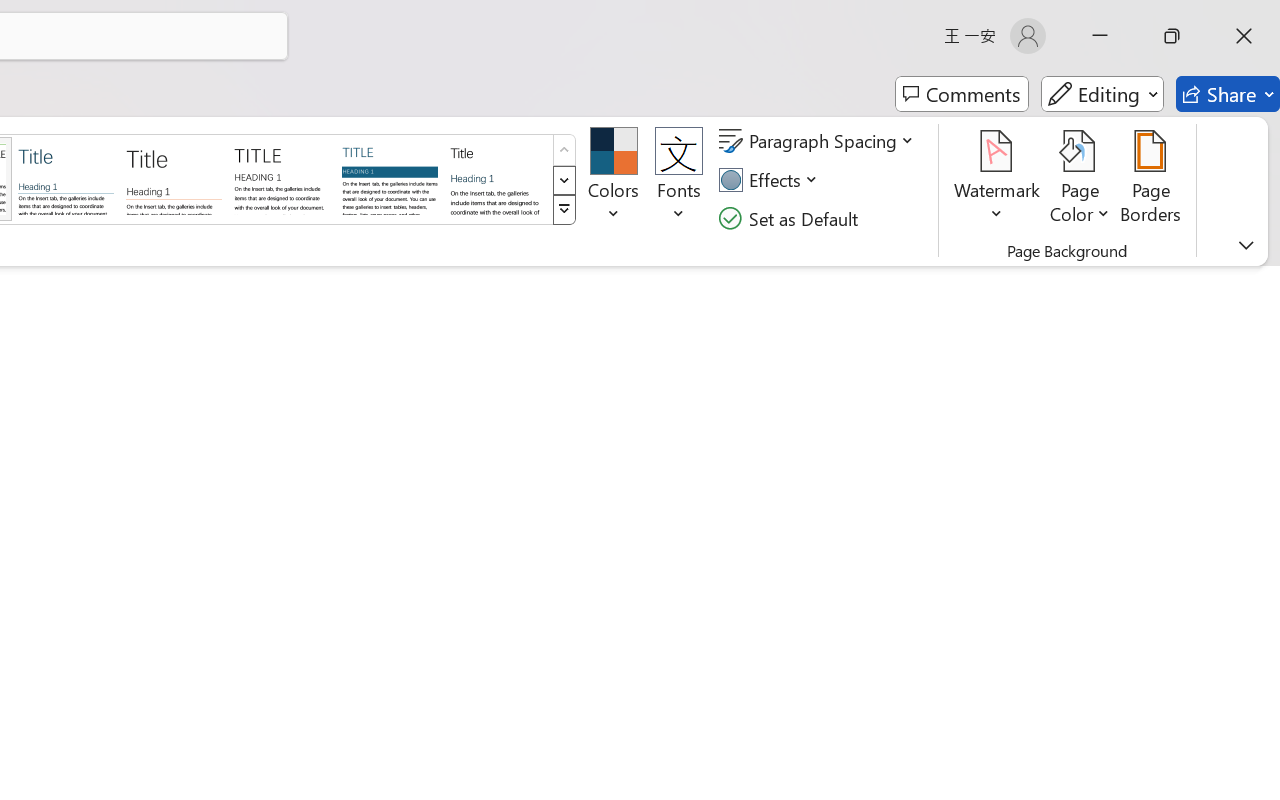  What do you see at coordinates (790, 218) in the screenshot?
I see `'Set as Default'` at bounding box center [790, 218].